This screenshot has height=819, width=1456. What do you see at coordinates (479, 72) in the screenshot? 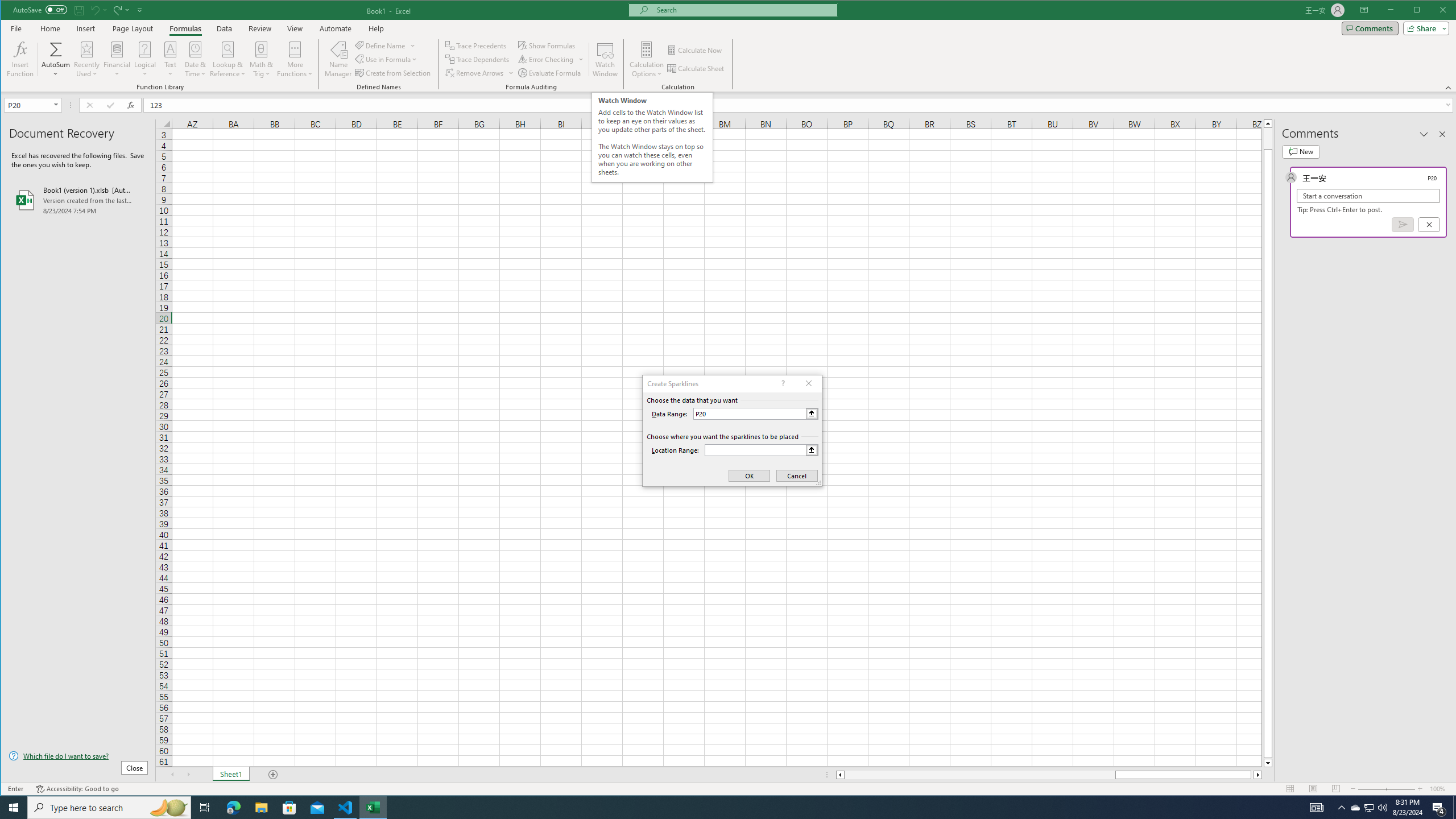
I see `'Remove Arrows'` at bounding box center [479, 72].